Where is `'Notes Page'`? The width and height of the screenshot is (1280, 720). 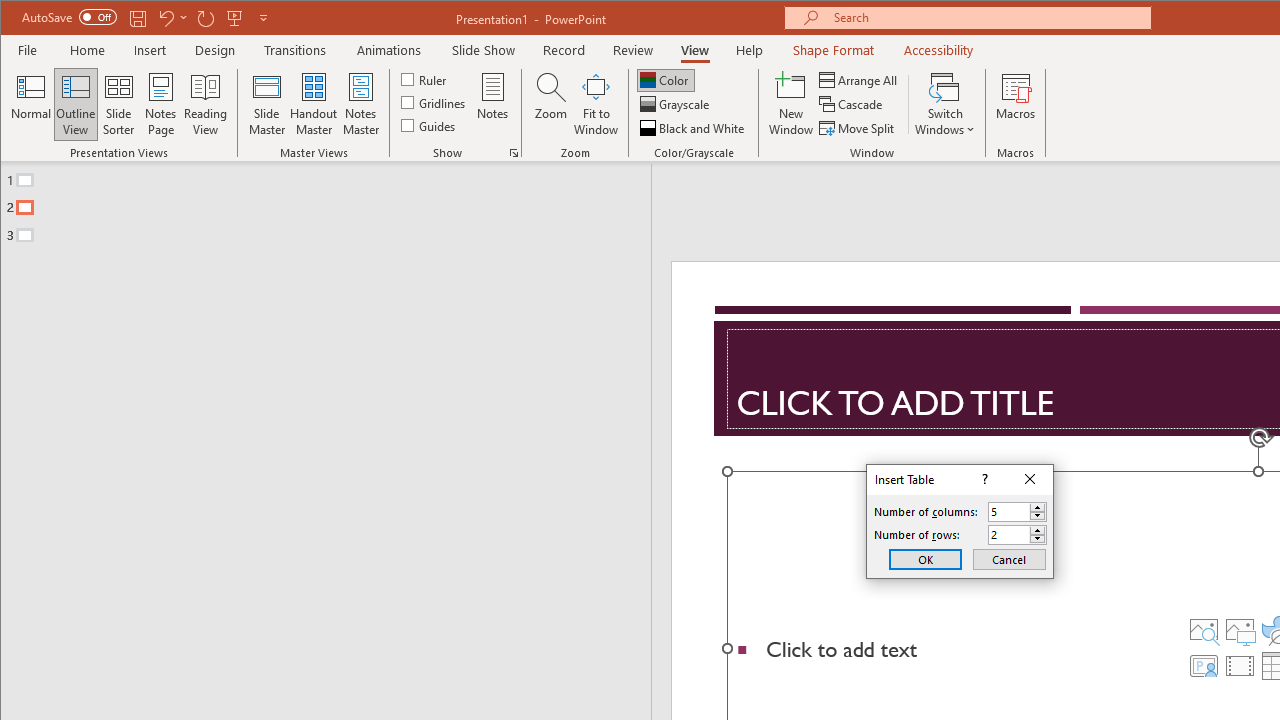
'Notes Page' is located at coordinates (160, 104).